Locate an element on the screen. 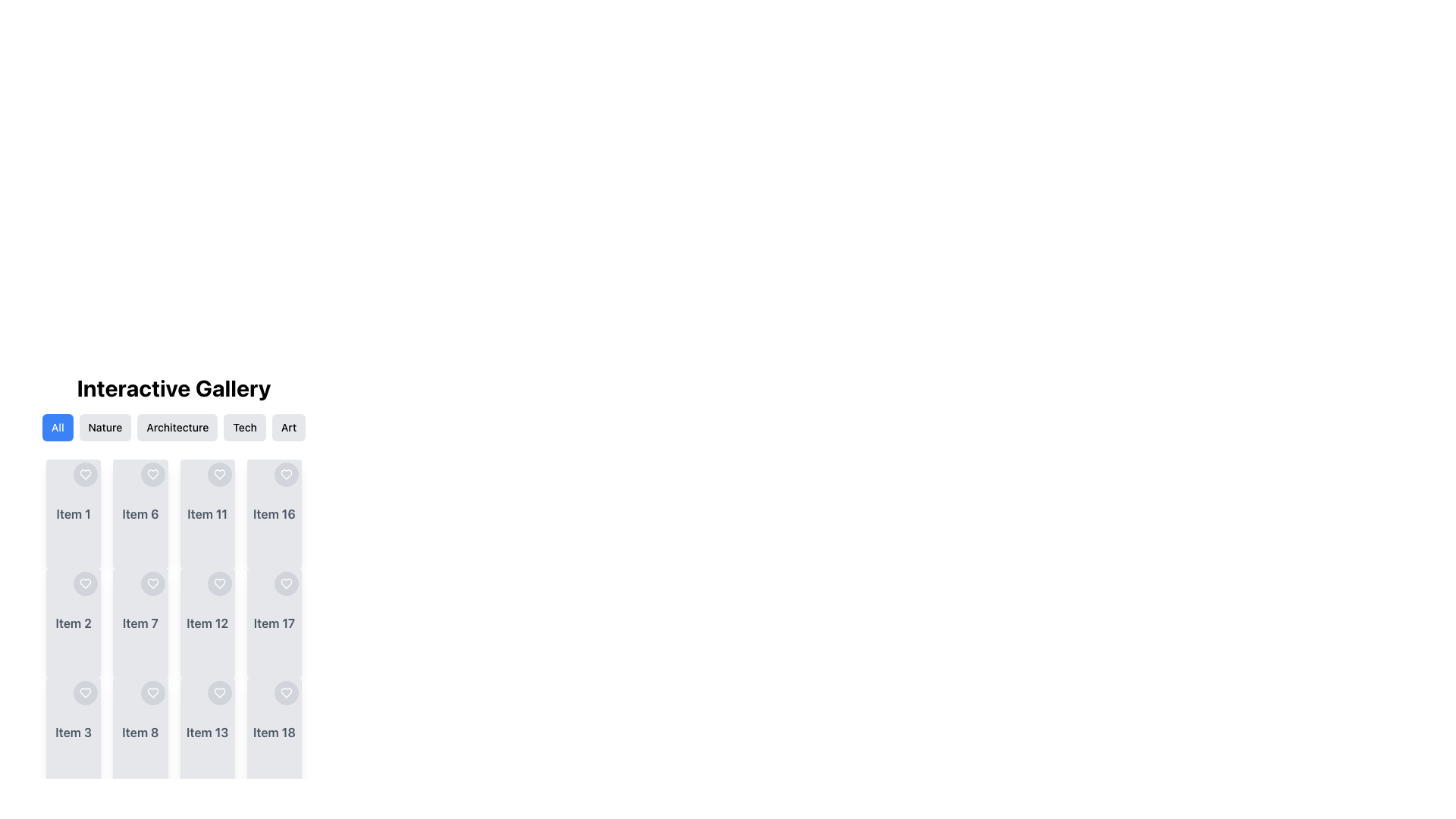 Image resolution: width=1456 pixels, height=819 pixels. the 'View Details' button that contains a magnifying glass icon with a cross in its center is located at coordinates (115, 623).